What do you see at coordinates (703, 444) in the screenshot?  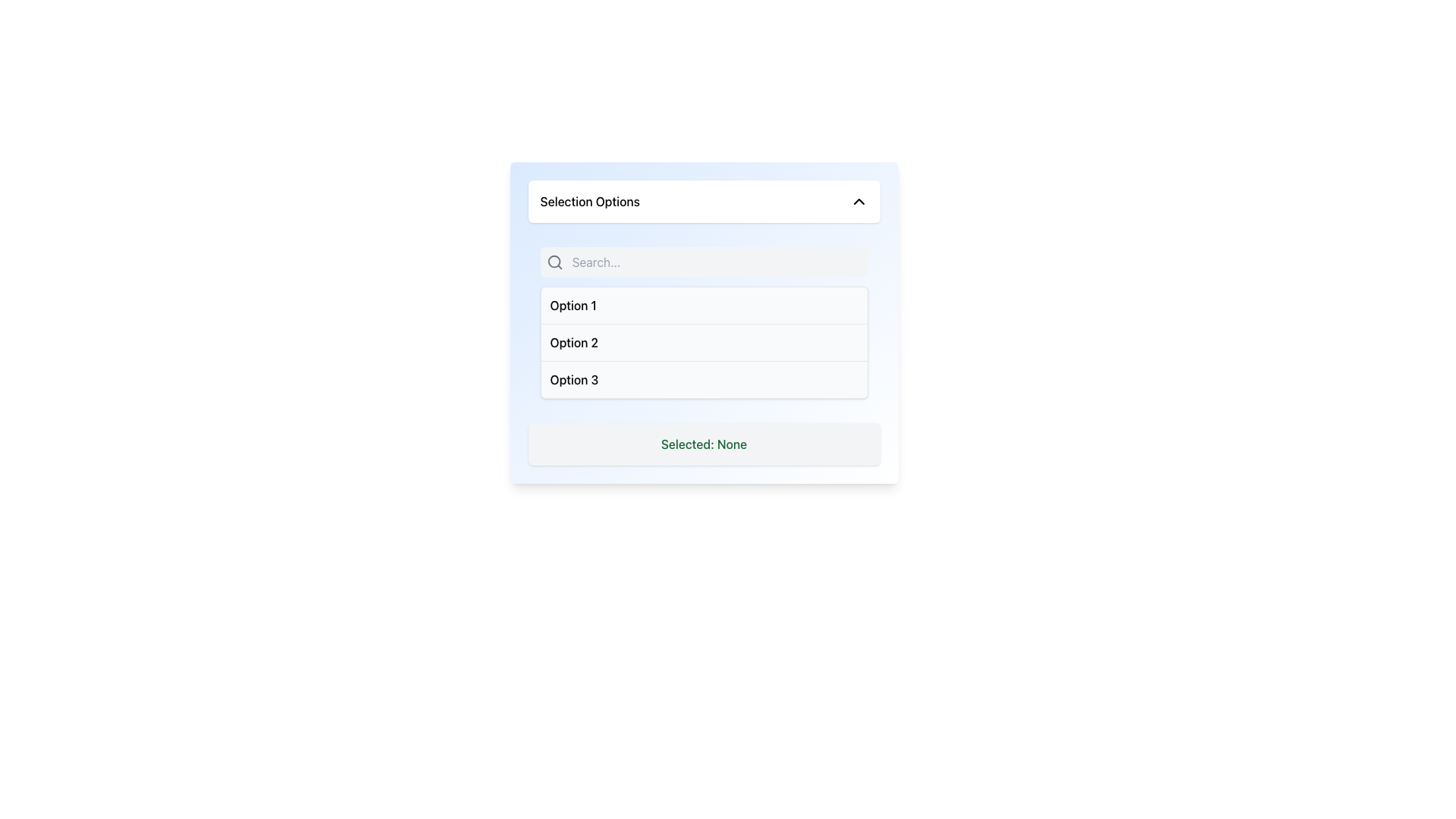 I see `the text label element displaying 'Selected: None' in a medium green font, located inside a light gray rounded rectangle box at the bottom of the interface` at bounding box center [703, 444].